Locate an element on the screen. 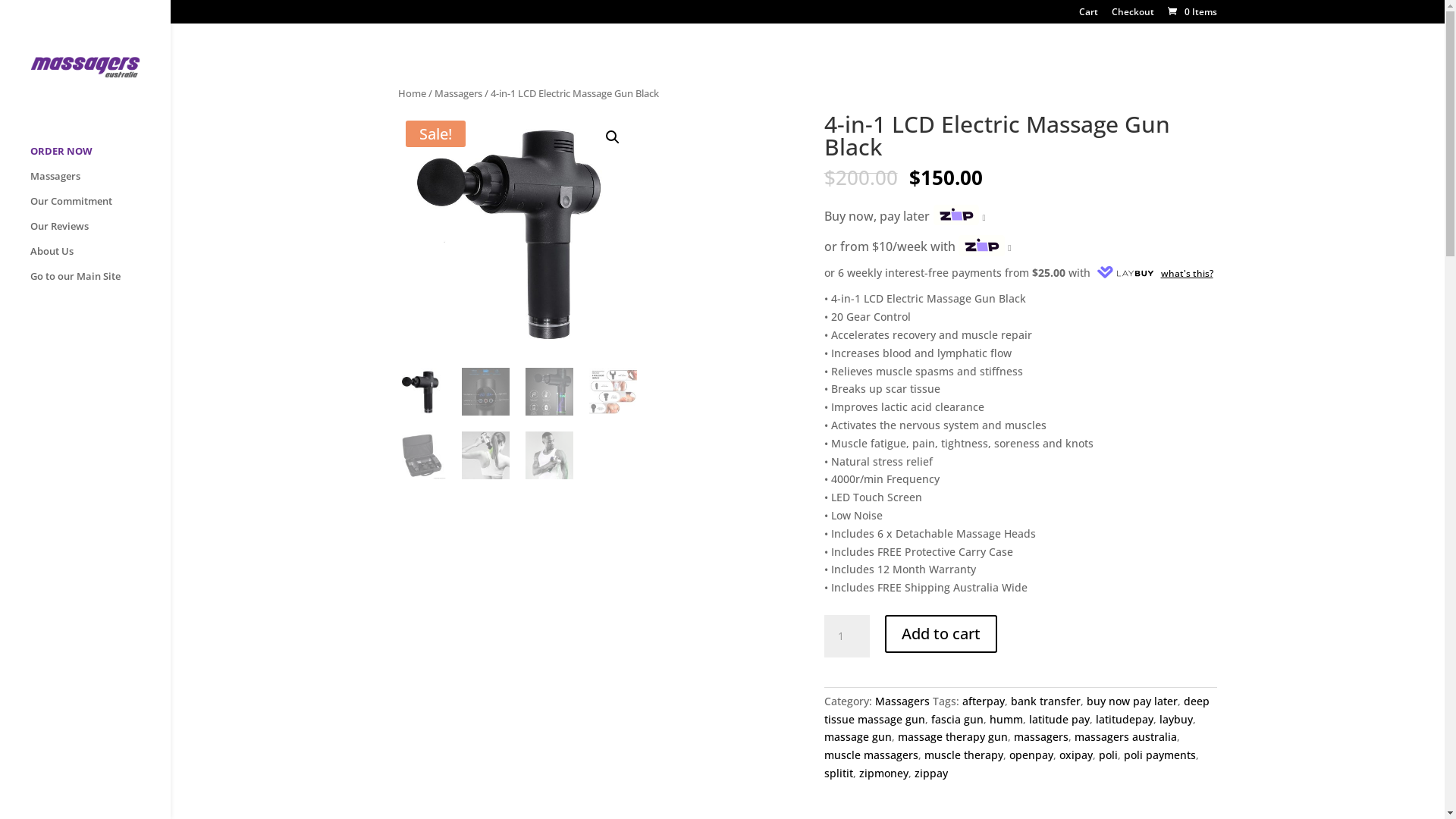 The height and width of the screenshot is (819, 1456). 'massage therapy gun' is located at coordinates (952, 736).